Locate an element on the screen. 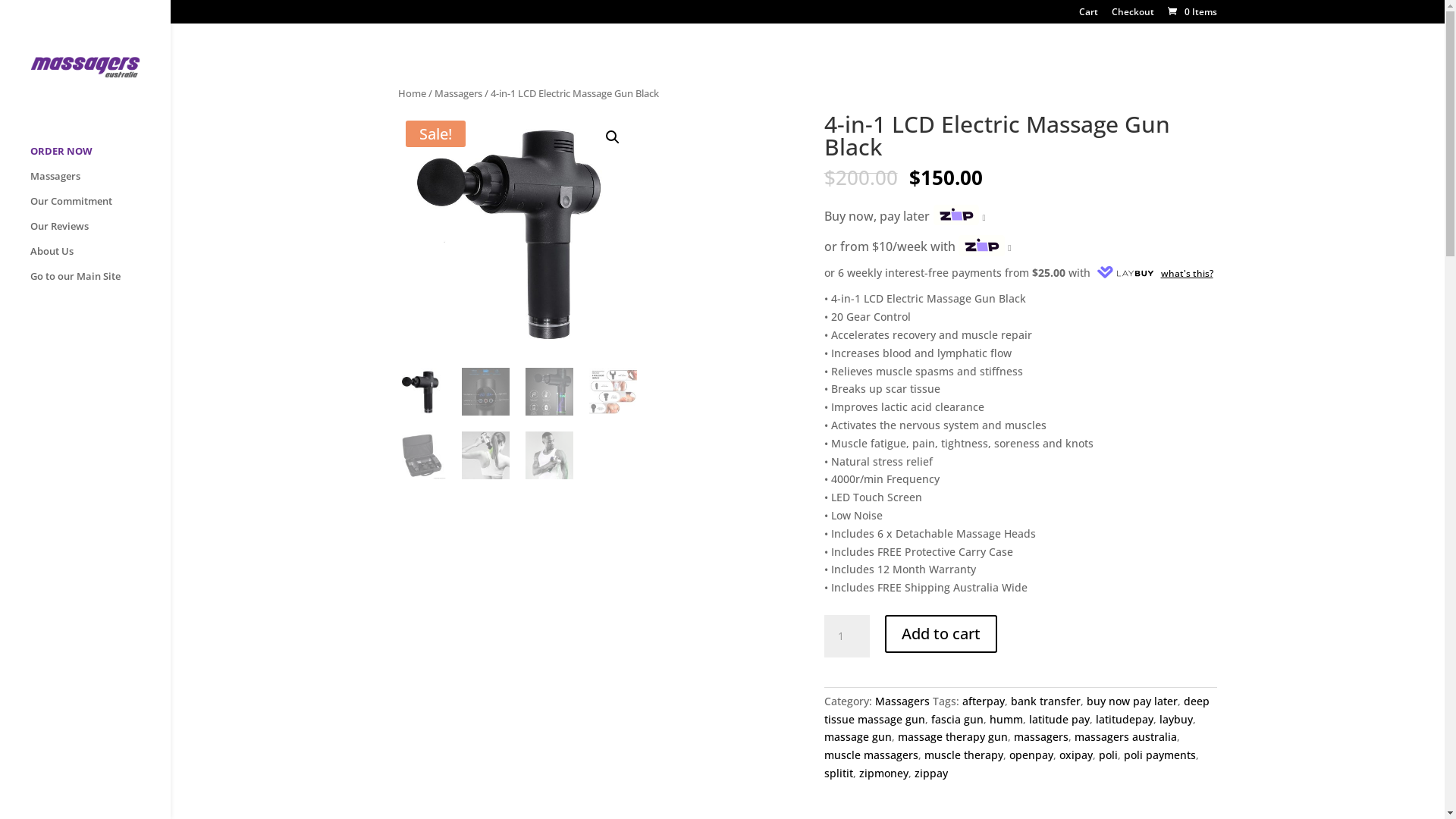 The height and width of the screenshot is (819, 1456). 'massage therapy gun' is located at coordinates (952, 736).